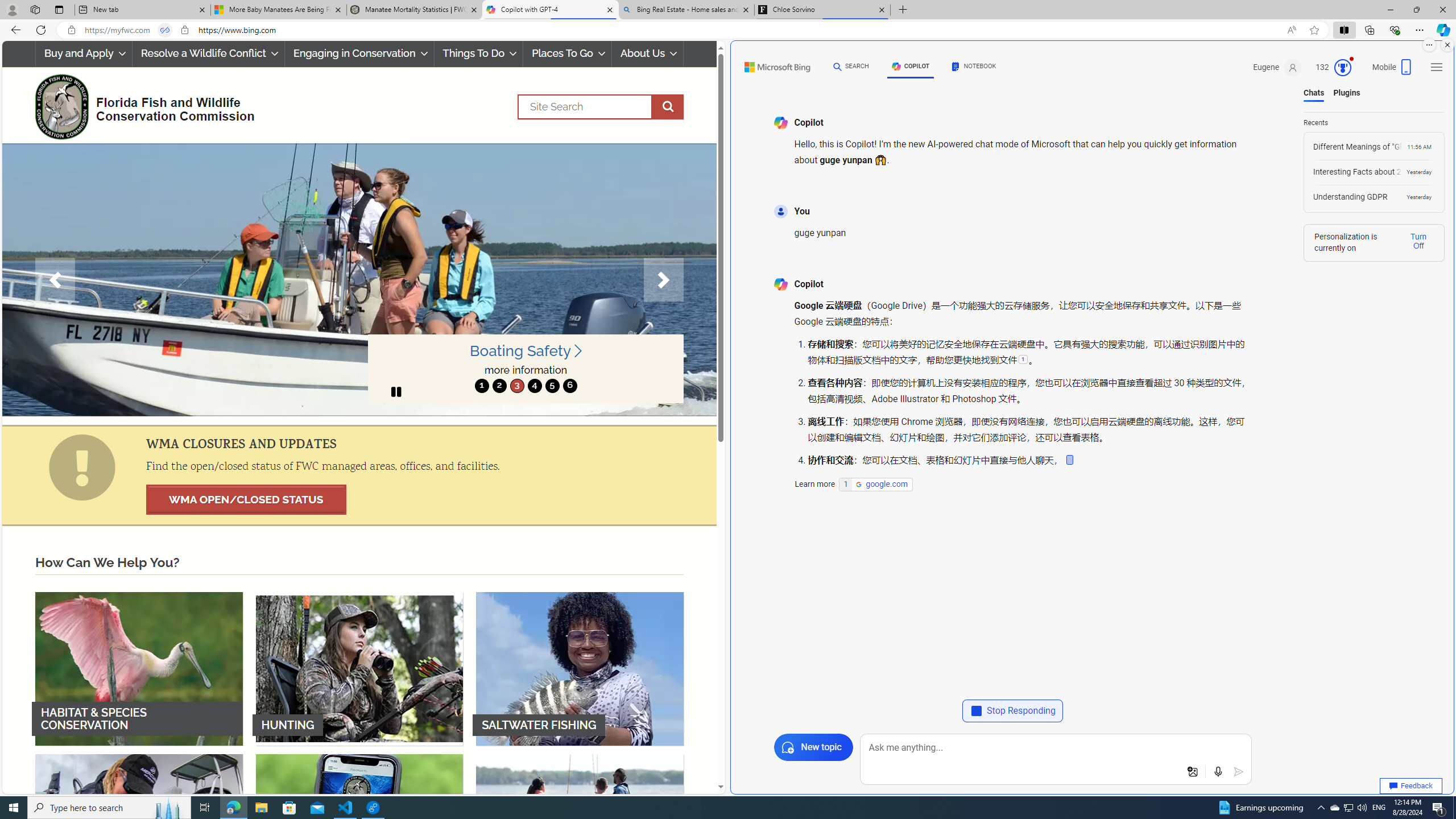 The width and height of the screenshot is (1456, 819). Describe the element at coordinates (482, 385) in the screenshot. I see `'move to slide 1'` at that location.